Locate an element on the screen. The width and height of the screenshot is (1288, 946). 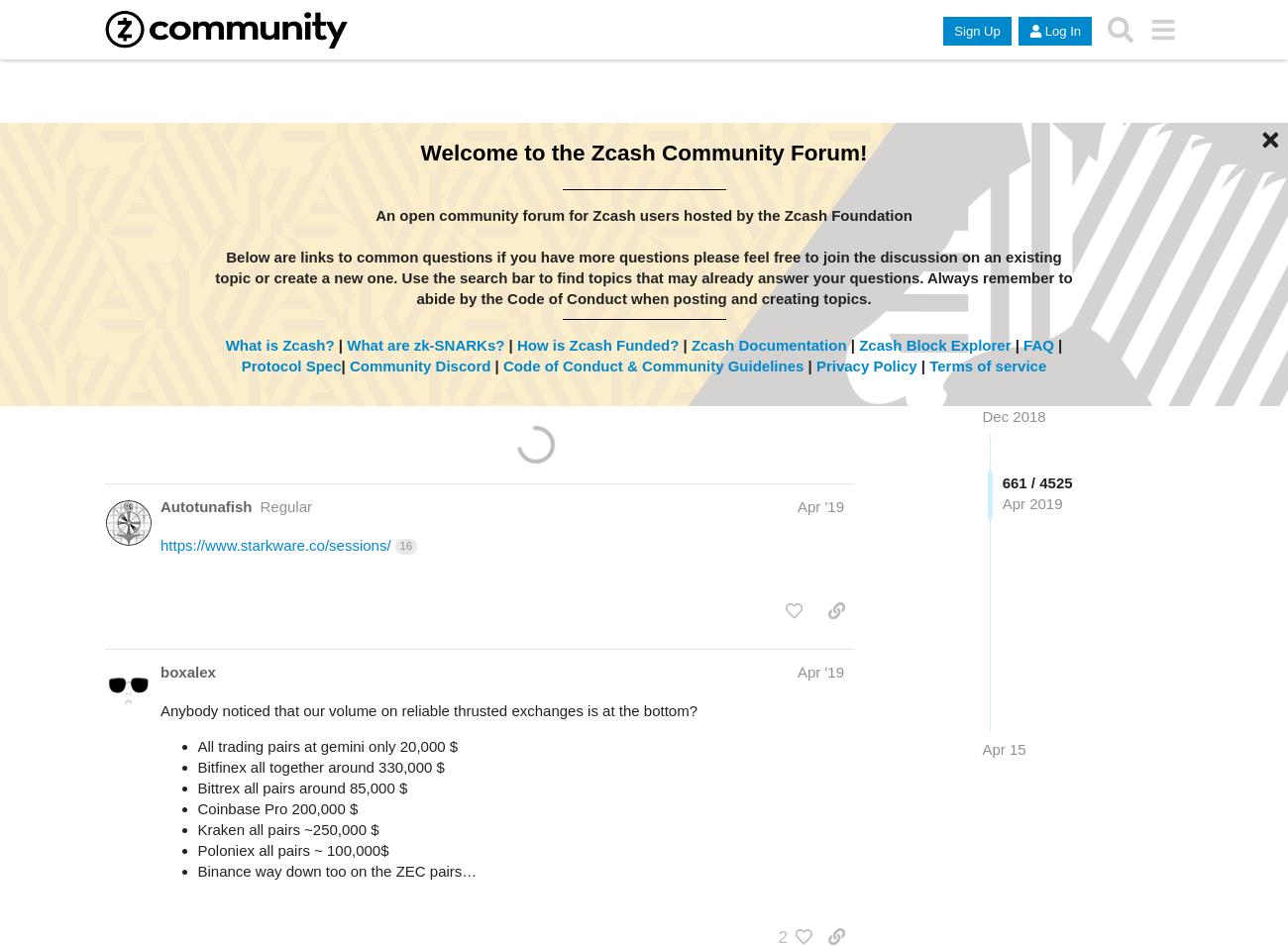
'https://www.starkware.co/sessions/' is located at coordinates (274, 545).